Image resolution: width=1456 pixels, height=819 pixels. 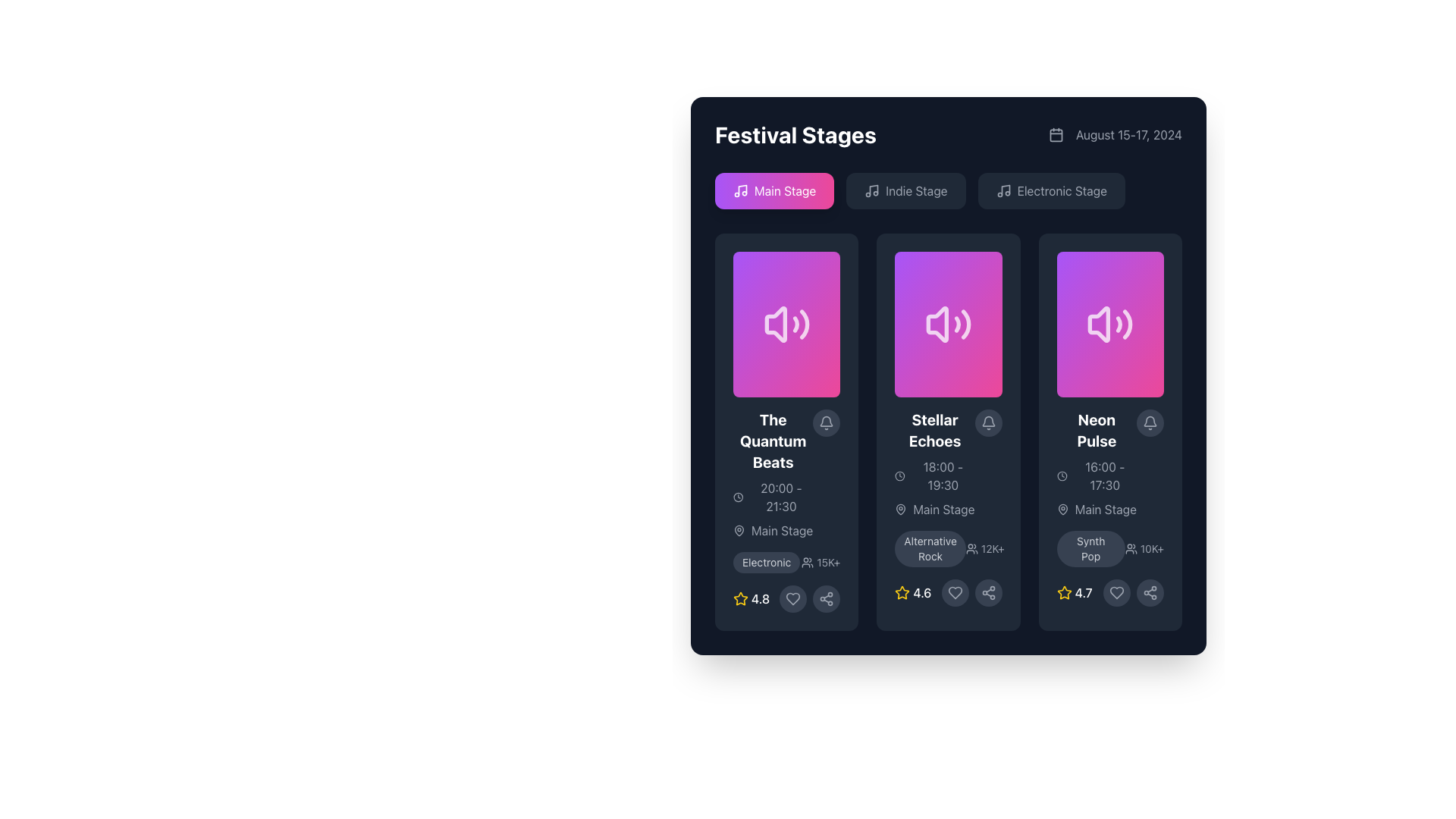 I want to click on the heart icon button in the compact layout located at the bottom right of the 'The Quantum Beats' card to like it, so click(x=809, y=598).